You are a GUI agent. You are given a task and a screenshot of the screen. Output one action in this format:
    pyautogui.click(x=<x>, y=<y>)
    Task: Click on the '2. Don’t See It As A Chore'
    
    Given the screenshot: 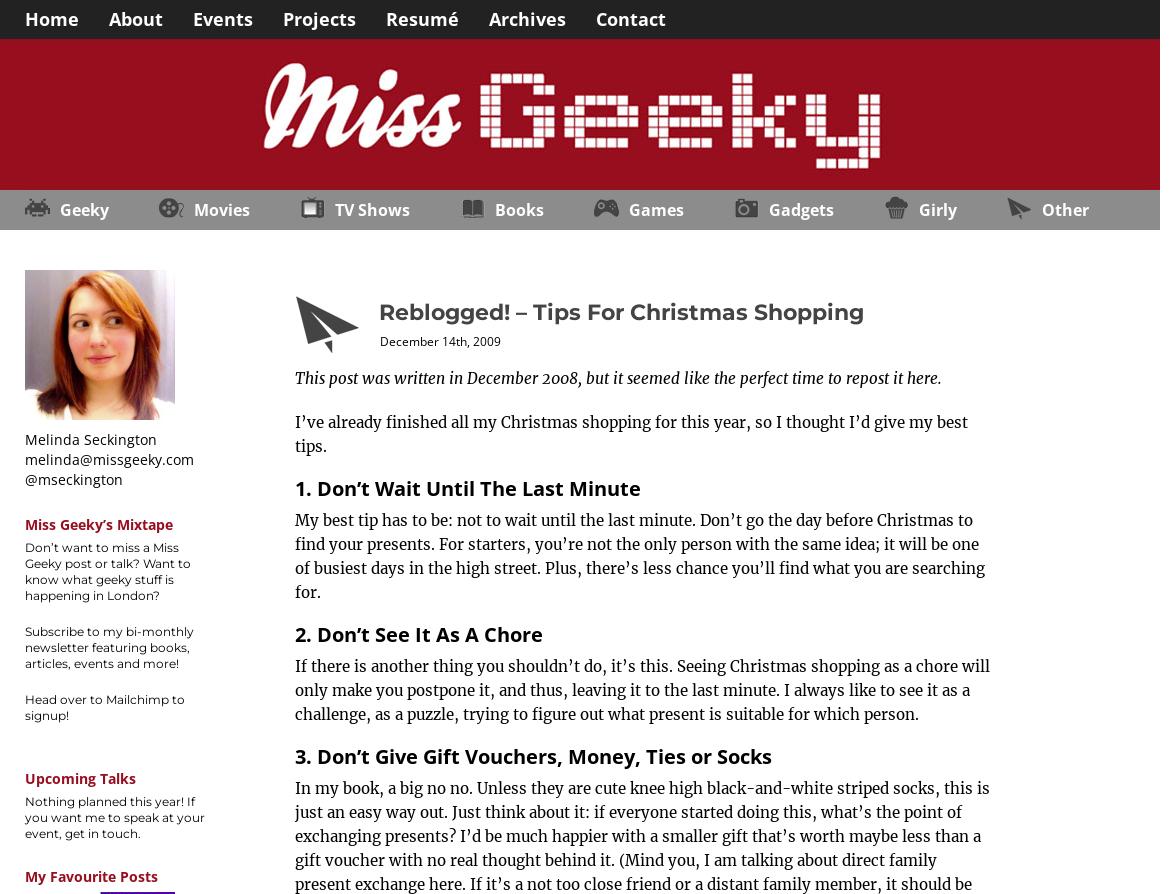 What is the action you would take?
    pyautogui.click(x=418, y=634)
    